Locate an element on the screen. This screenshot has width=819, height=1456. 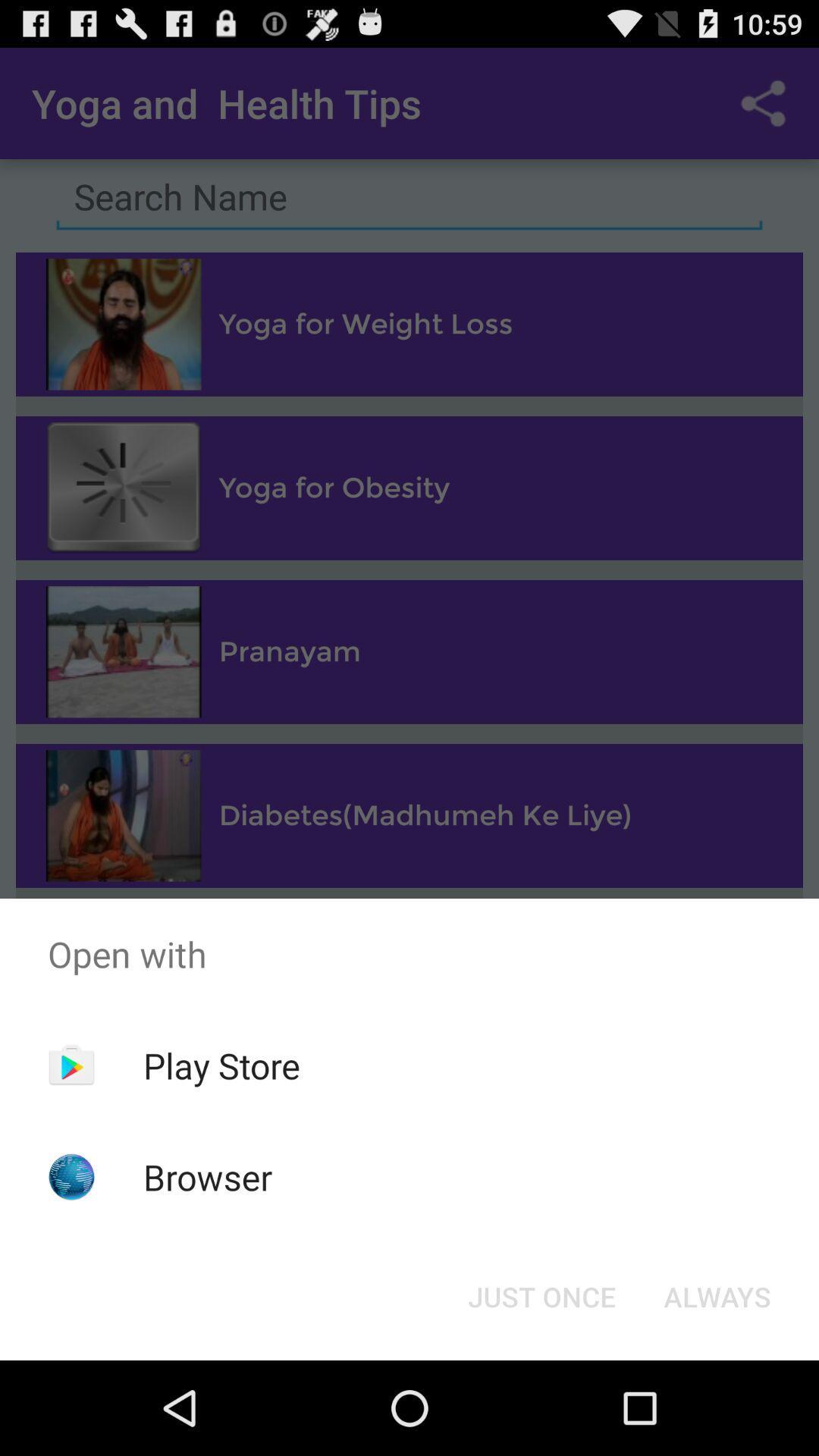
always button is located at coordinates (717, 1295).